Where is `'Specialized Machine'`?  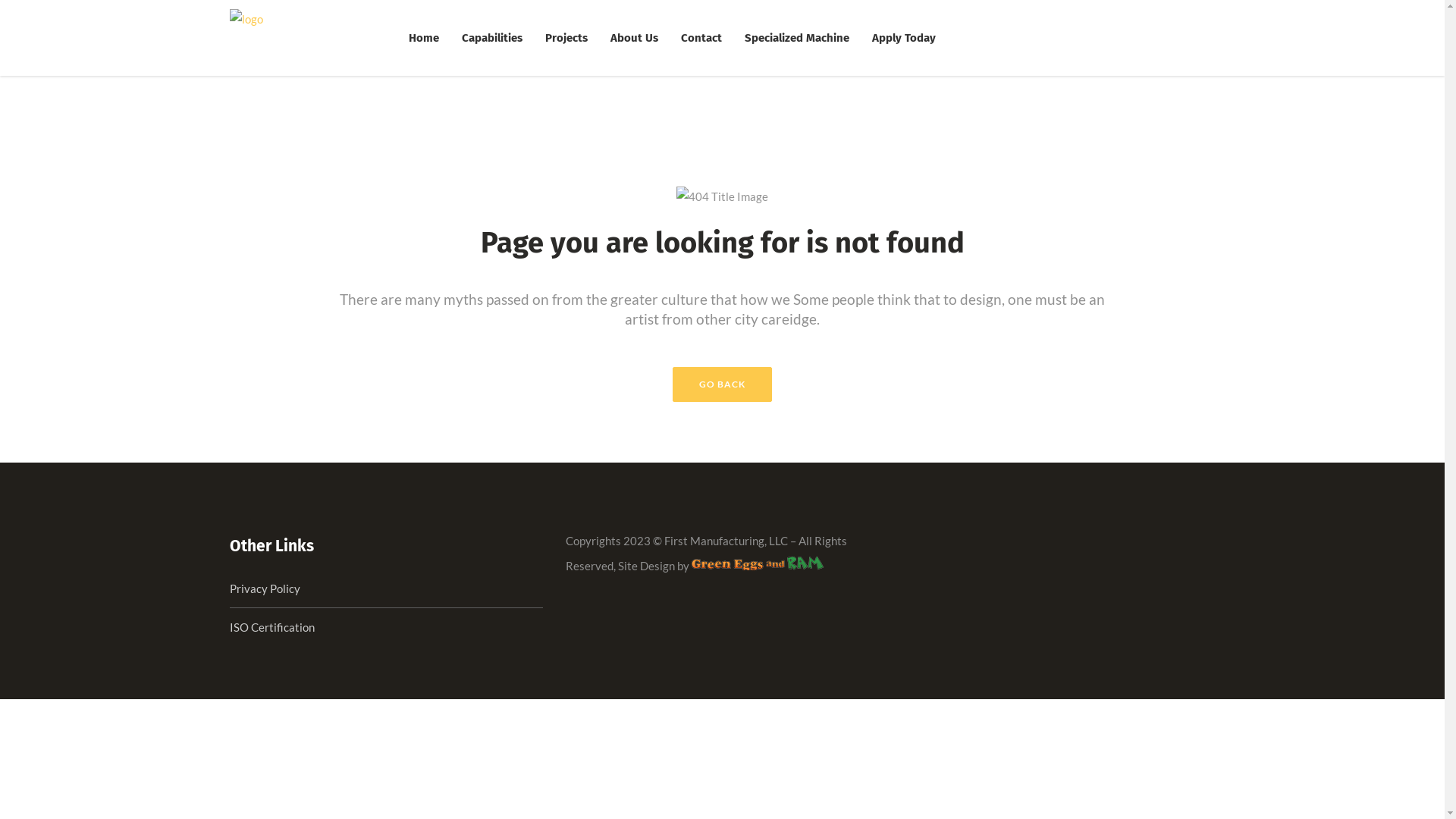 'Specialized Machine' is located at coordinates (795, 37).